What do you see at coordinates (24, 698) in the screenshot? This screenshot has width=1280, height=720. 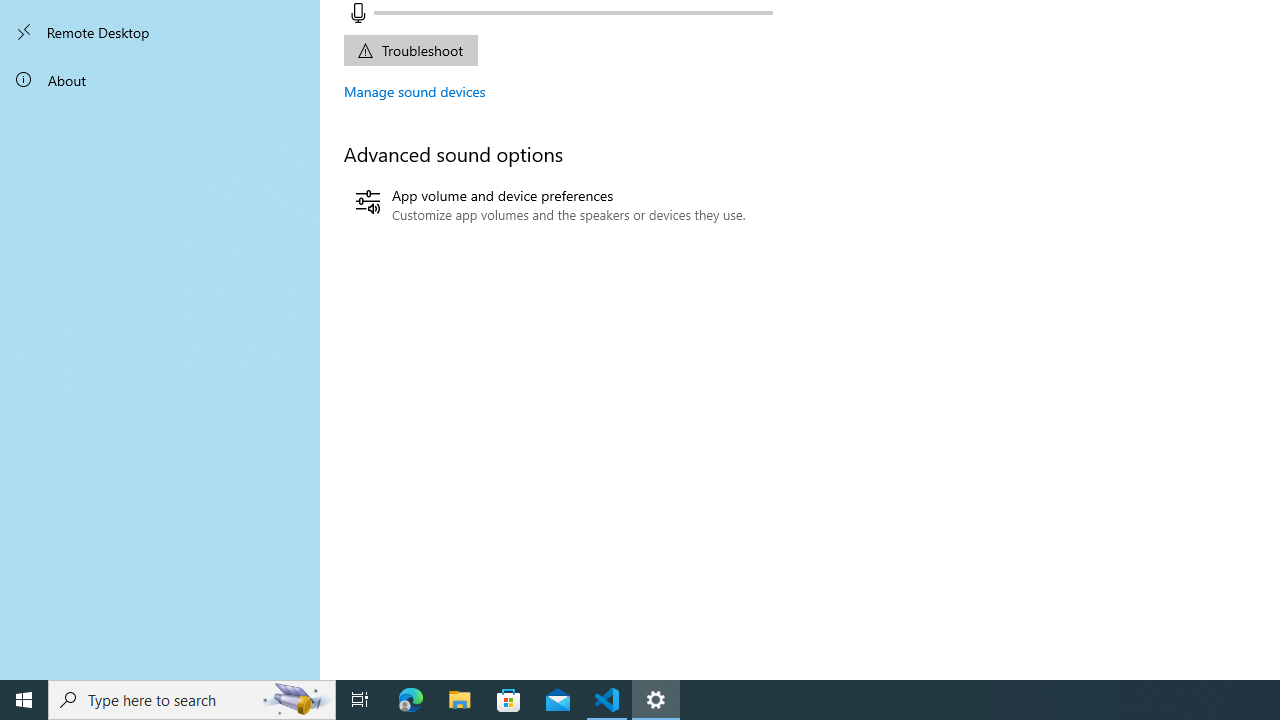 I see `'Start'` at bounding box center [24, 698].